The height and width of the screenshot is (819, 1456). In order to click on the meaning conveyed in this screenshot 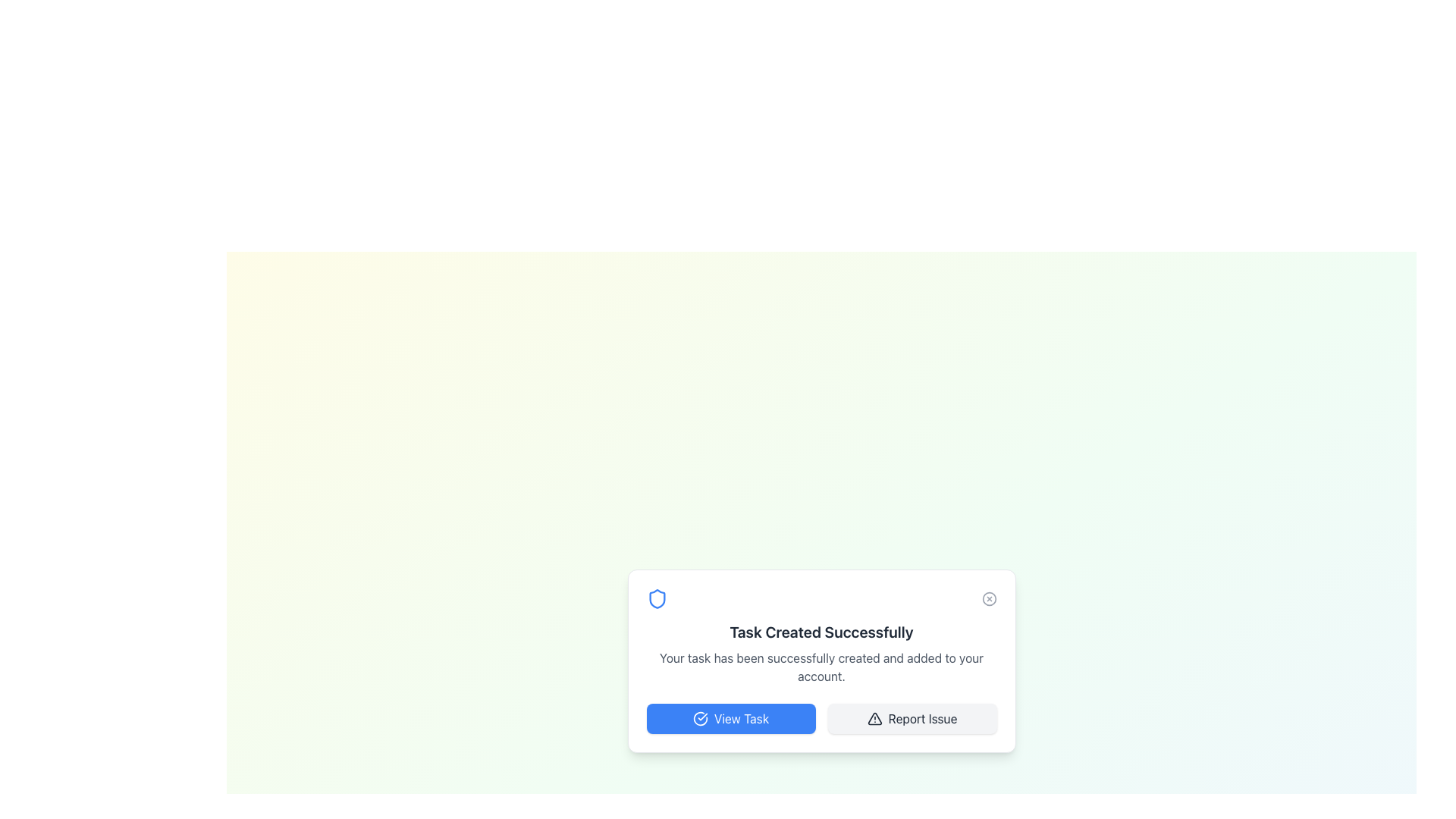, I will do `click(874, 718)`.